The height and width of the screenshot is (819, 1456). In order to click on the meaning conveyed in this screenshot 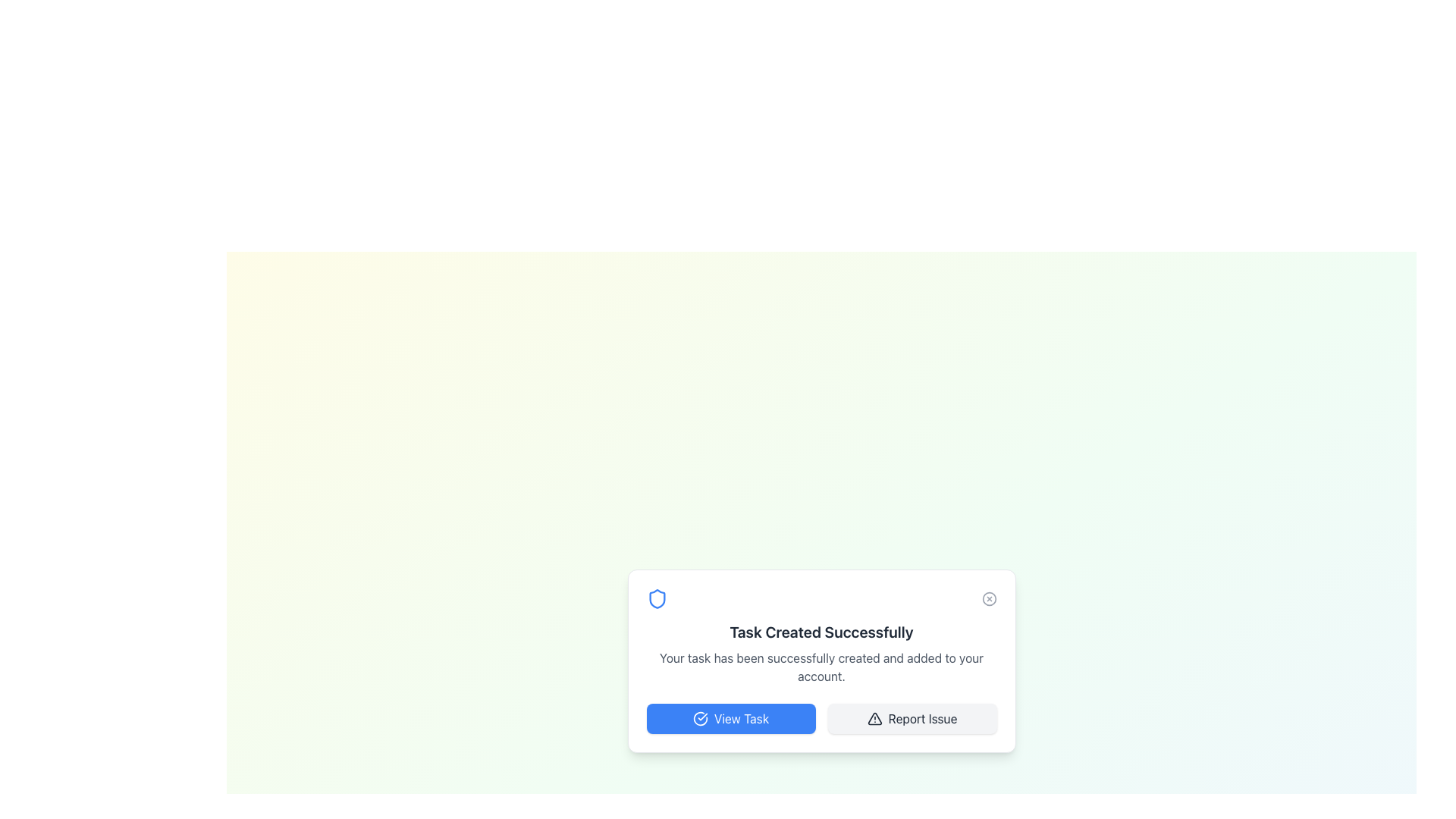, I will do `click(874, 718)`.